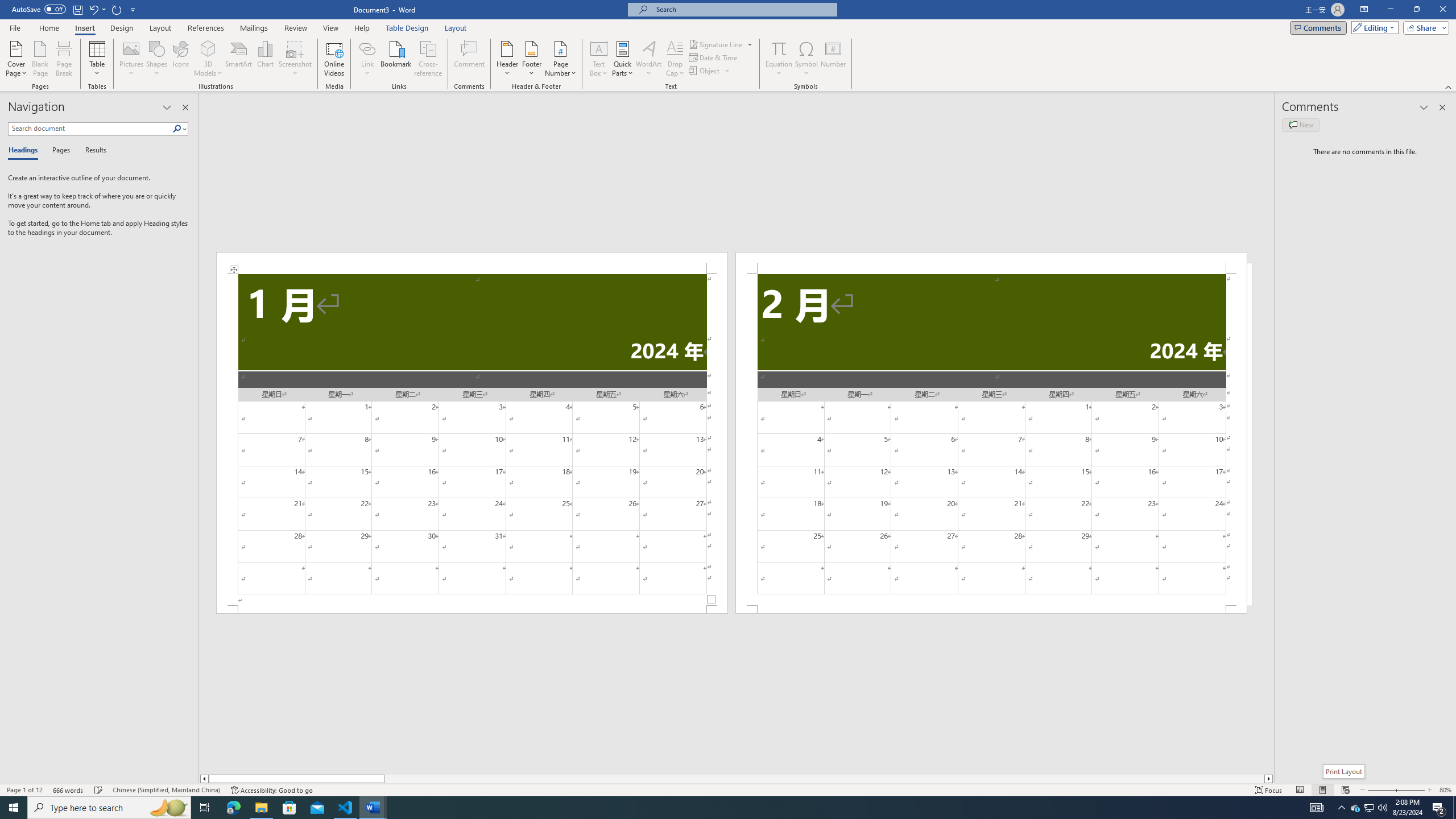  What do you see at coordinates (40, 59) in the screenshot?
I see `'Blank Page'` at bounding box center [40, 59].